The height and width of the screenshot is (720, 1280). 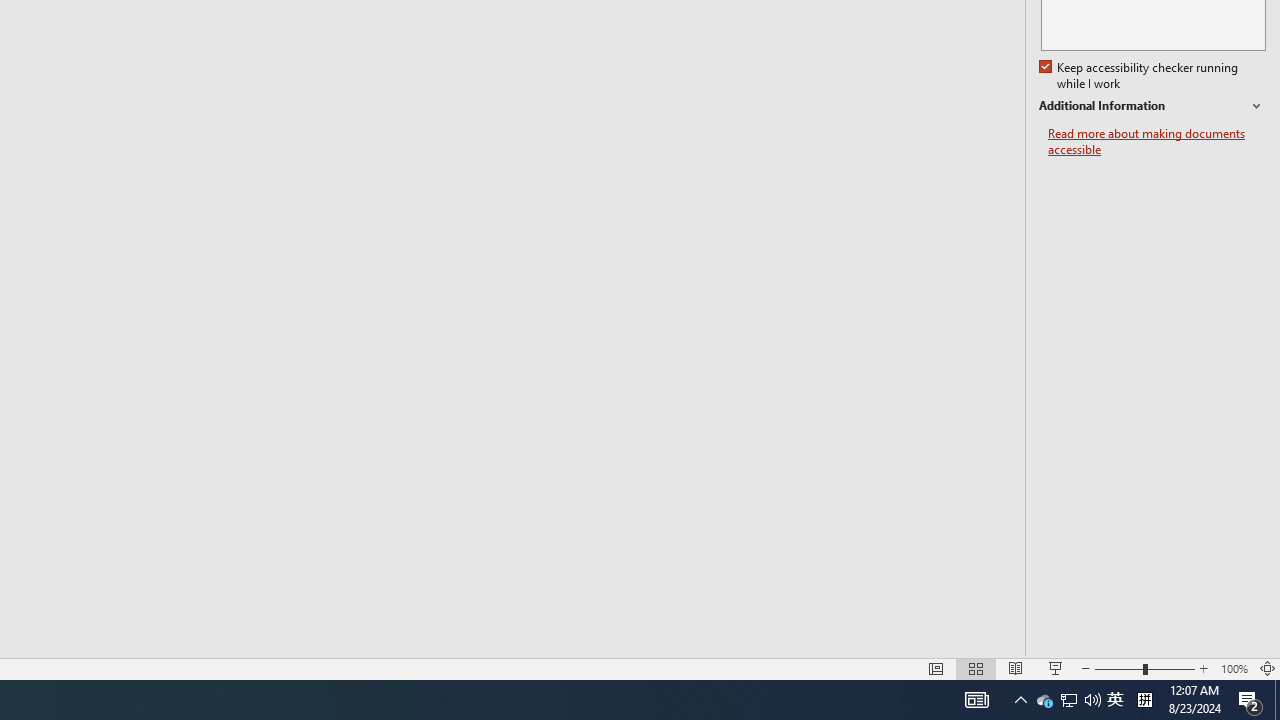 I want to click on 'Read more about making documents accessible', so click(x=1157, y=141).